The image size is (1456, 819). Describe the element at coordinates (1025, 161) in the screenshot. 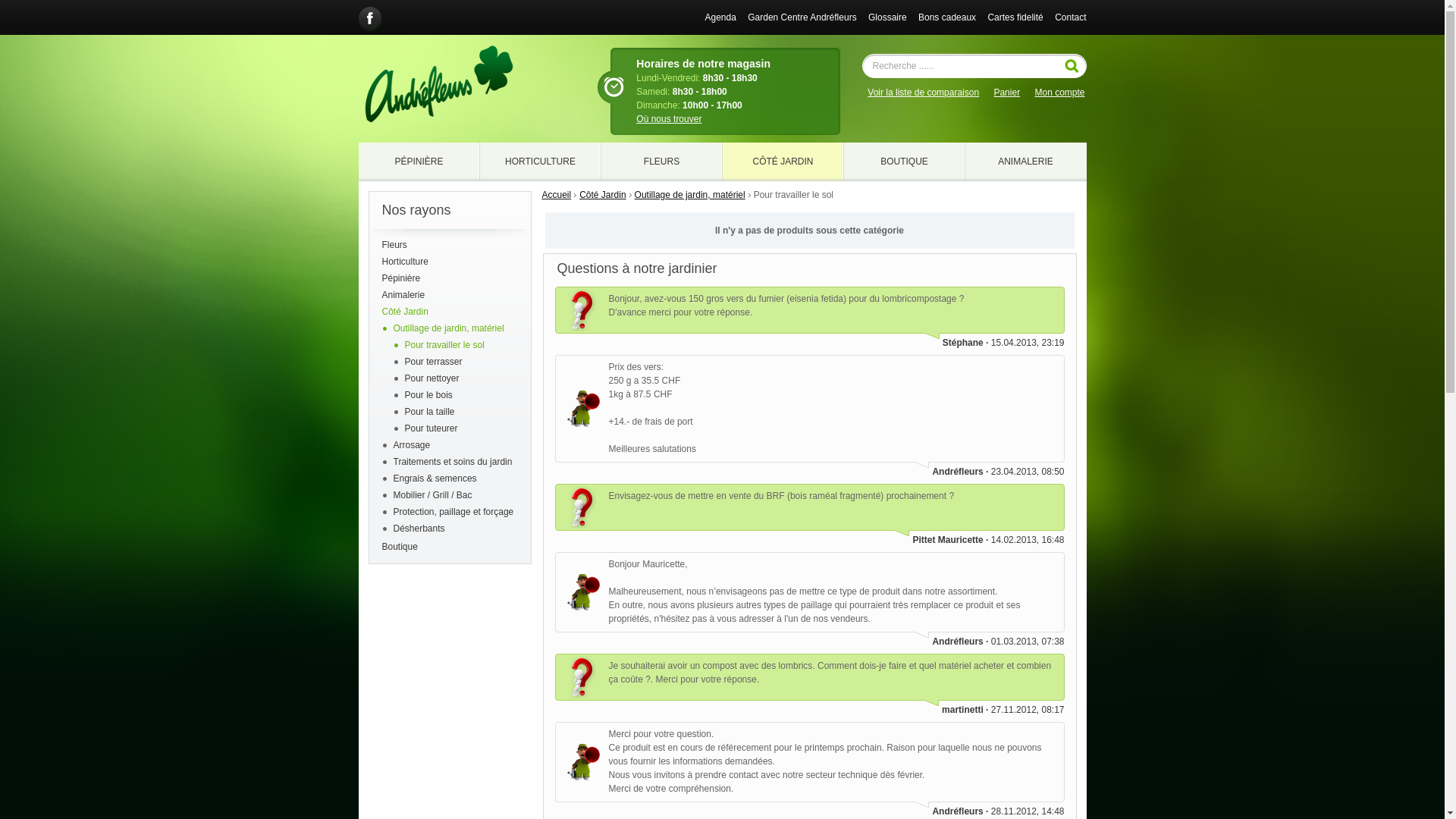

I see `'ANIMALERIE'` at that location.